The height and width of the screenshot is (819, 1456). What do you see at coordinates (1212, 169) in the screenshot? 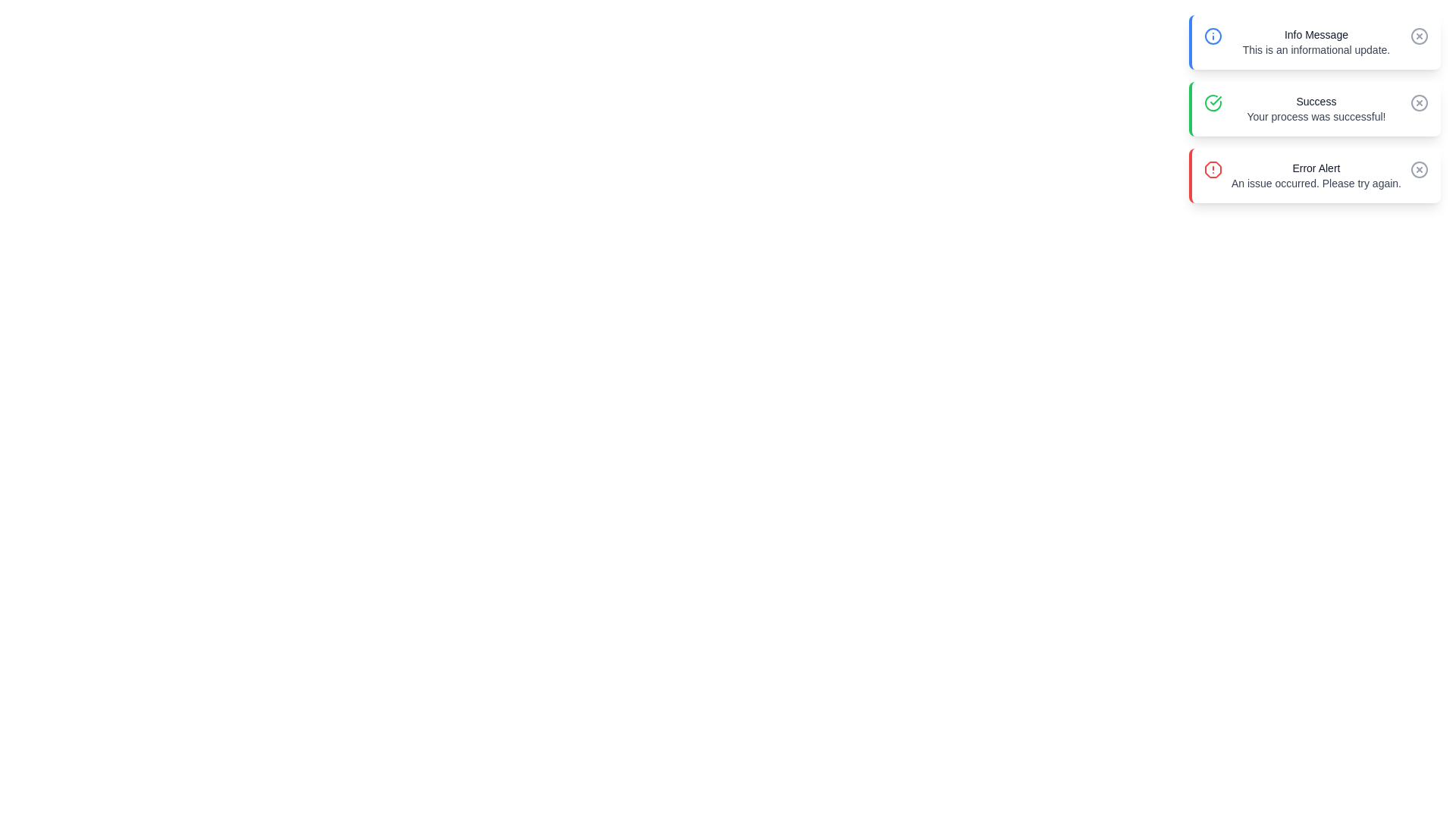
I see `the warning/error icon located in the bottom-most notification section, next to the 'Error Alert' text` at bounding box center [1212, 169].